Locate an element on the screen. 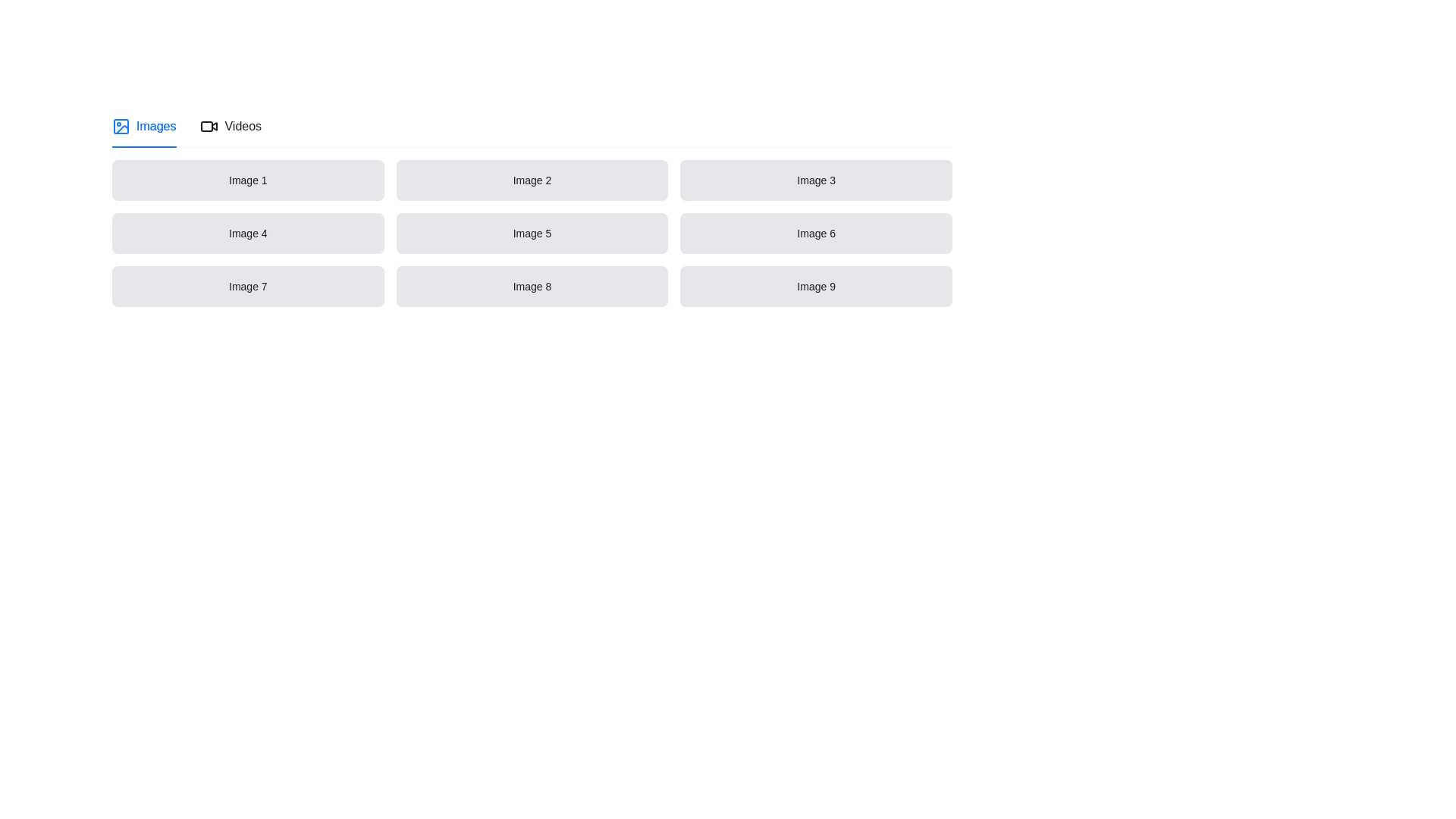 The height and width of the screenshot is (819, 1456). the small square icon with a photograph depiction located at the leftmost side of the header section, positioned on the same row as the 'Images' and 'Videos' tabs is located at coordinates (120, 124).